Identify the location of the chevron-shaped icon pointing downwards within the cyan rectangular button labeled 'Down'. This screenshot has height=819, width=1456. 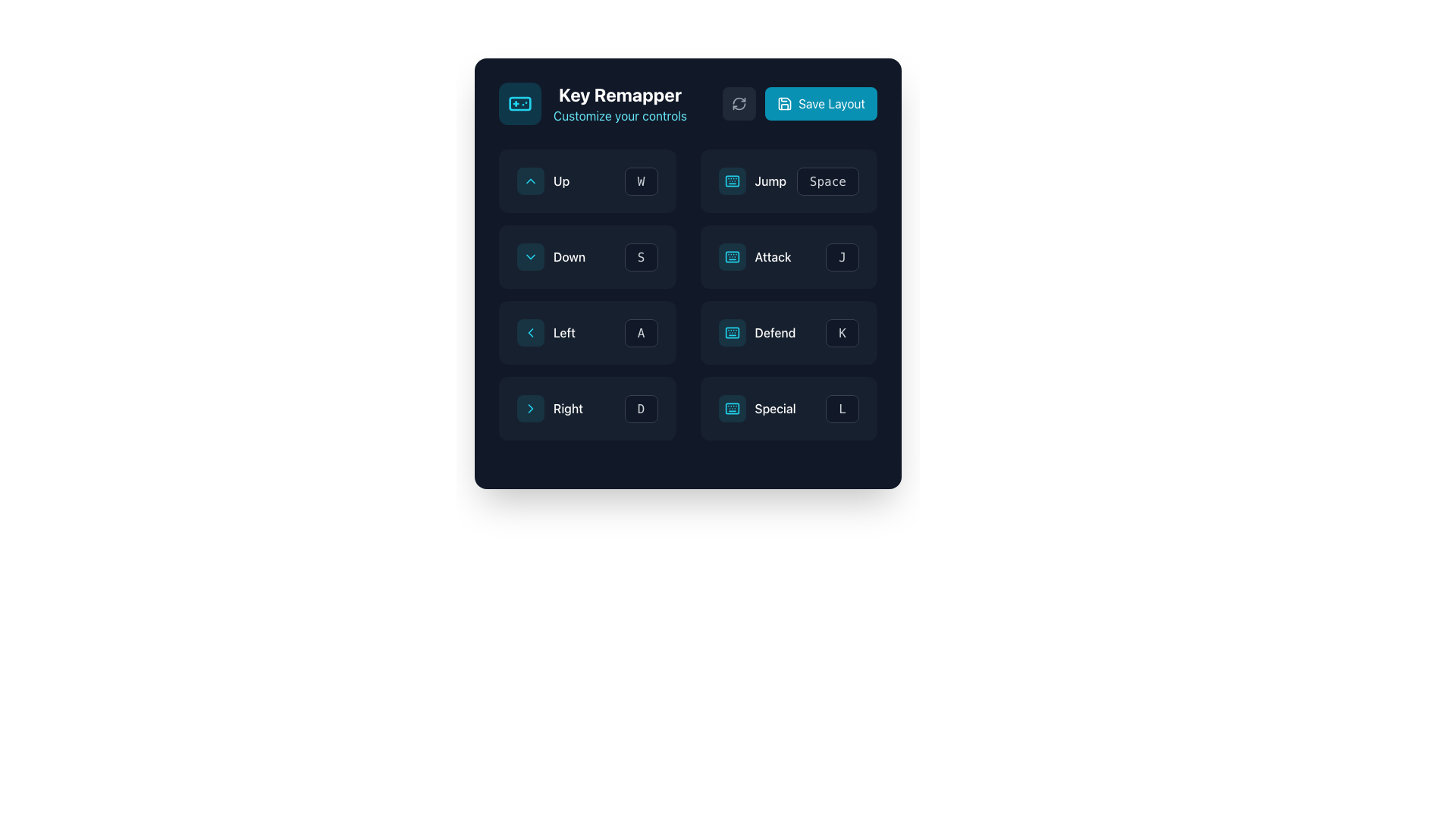
(531, 256).